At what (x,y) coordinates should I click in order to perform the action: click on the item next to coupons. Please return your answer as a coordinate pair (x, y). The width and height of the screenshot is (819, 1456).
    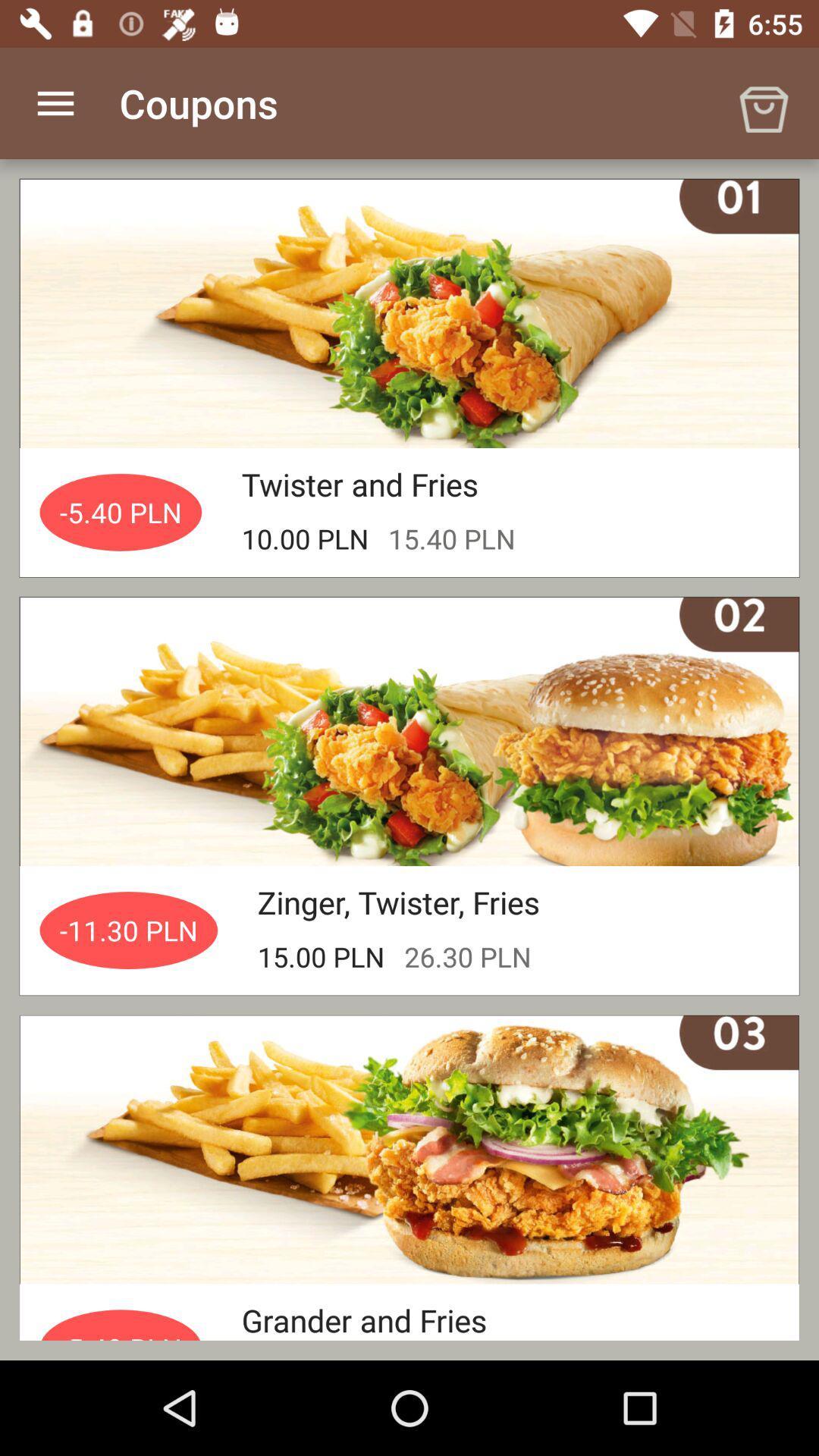
    Looking at the image, I should click on (55, 102).